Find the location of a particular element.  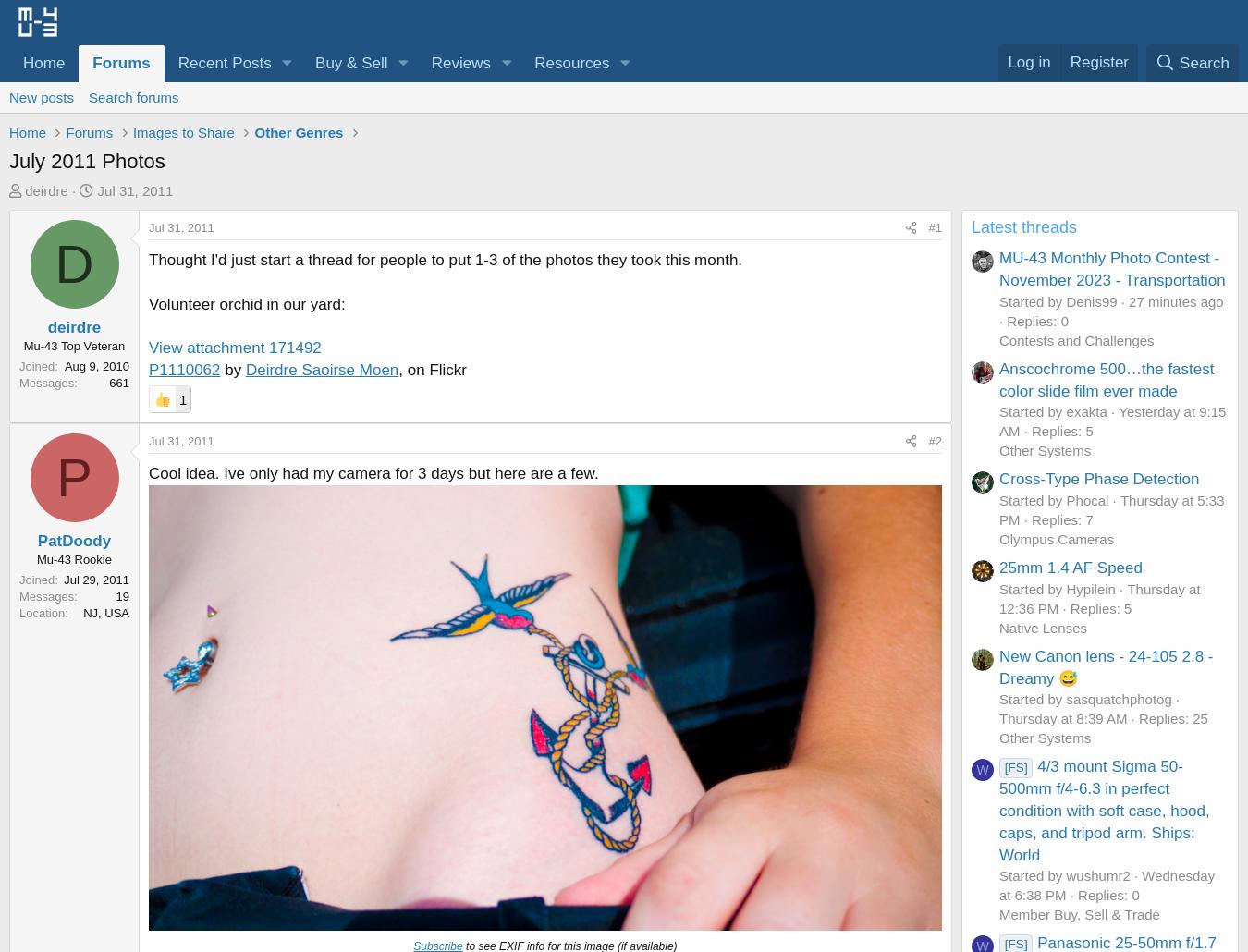

'Recent Posts' is located at coordinates (177, 63).